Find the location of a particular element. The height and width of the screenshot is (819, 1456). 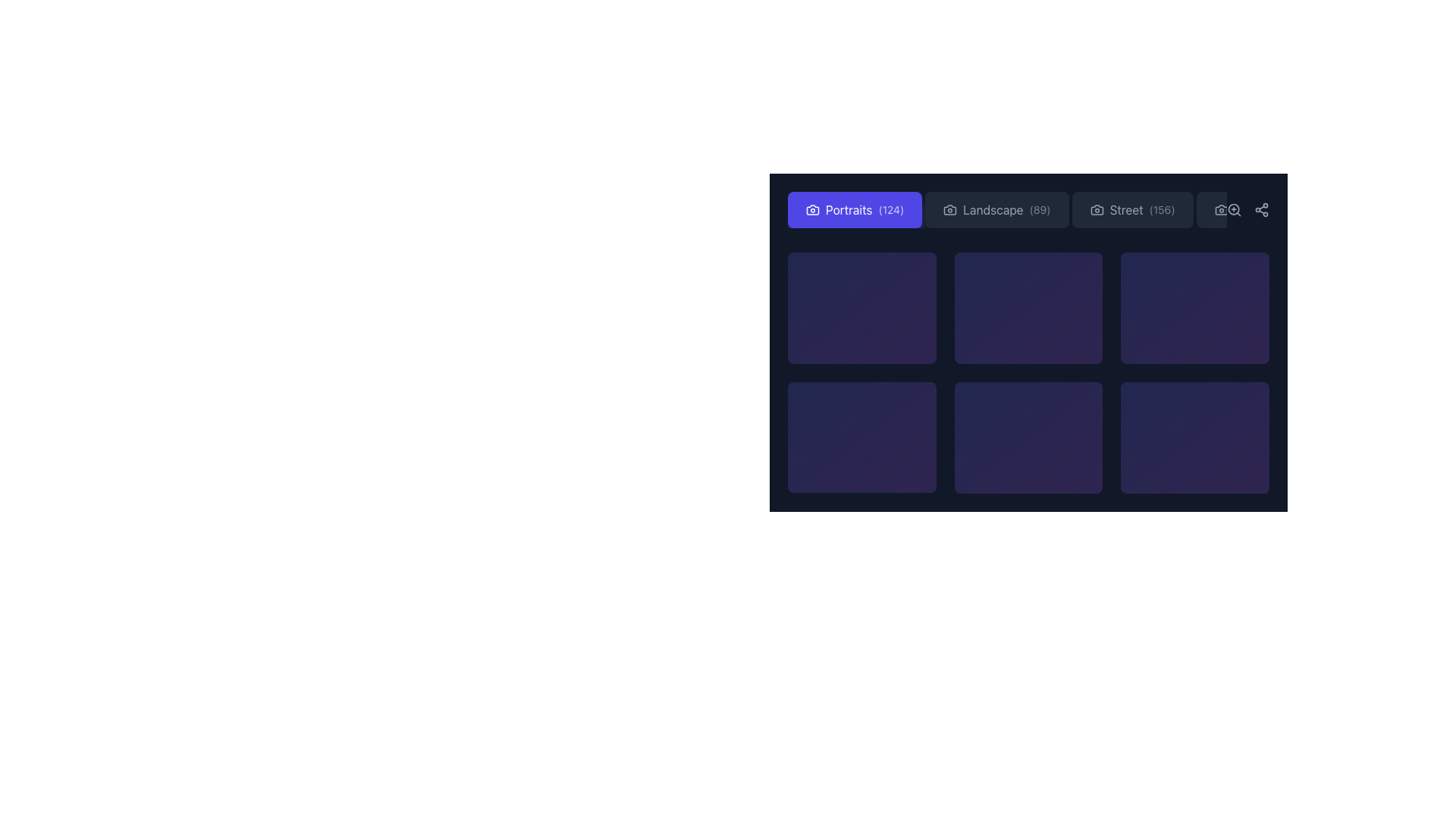

the small camera icon in the toolbar, located at the beginning of the 'Street (156)' button's content layout is located at coordinates (1097, 210).